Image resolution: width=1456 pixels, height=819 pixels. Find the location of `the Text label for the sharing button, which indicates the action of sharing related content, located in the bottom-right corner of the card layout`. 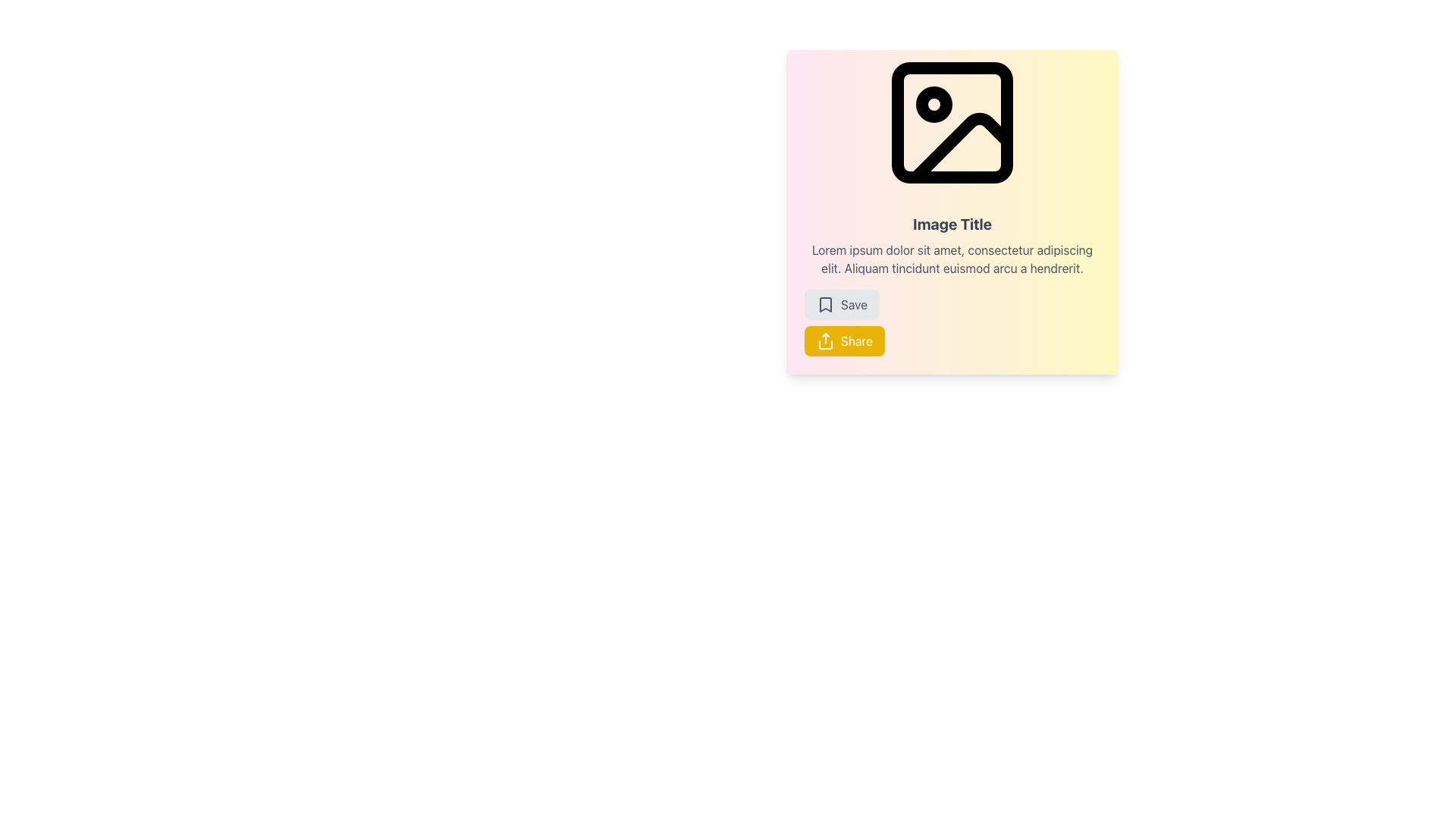

the Text label for the sharing button, which indicates the action of sharing related content, located in the bottom-right corner of the card layout is located at coordinates (856, 341).